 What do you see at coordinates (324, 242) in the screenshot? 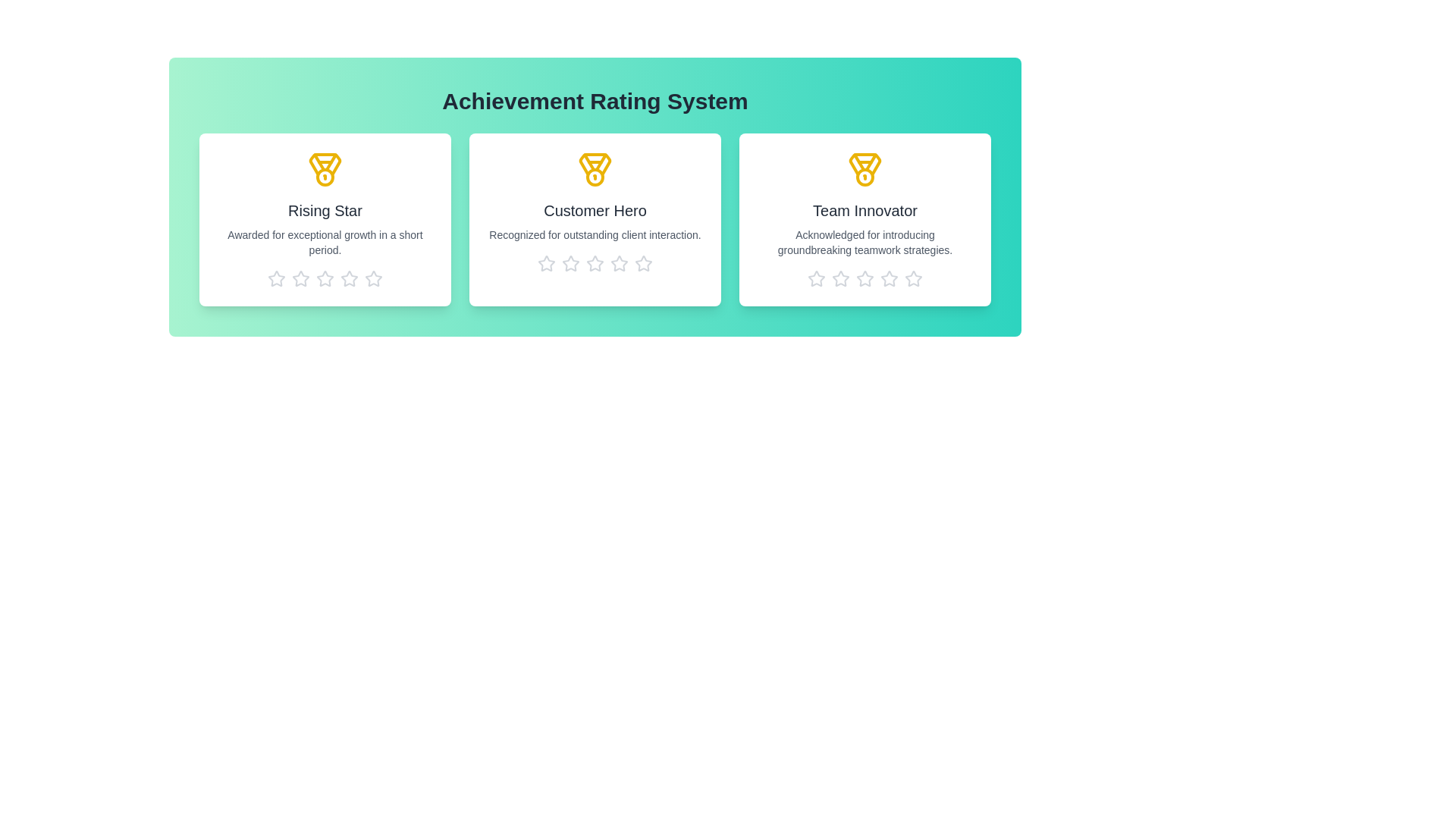
I see `the description of the achievement Rising Star` at bounding box center [324, 242].